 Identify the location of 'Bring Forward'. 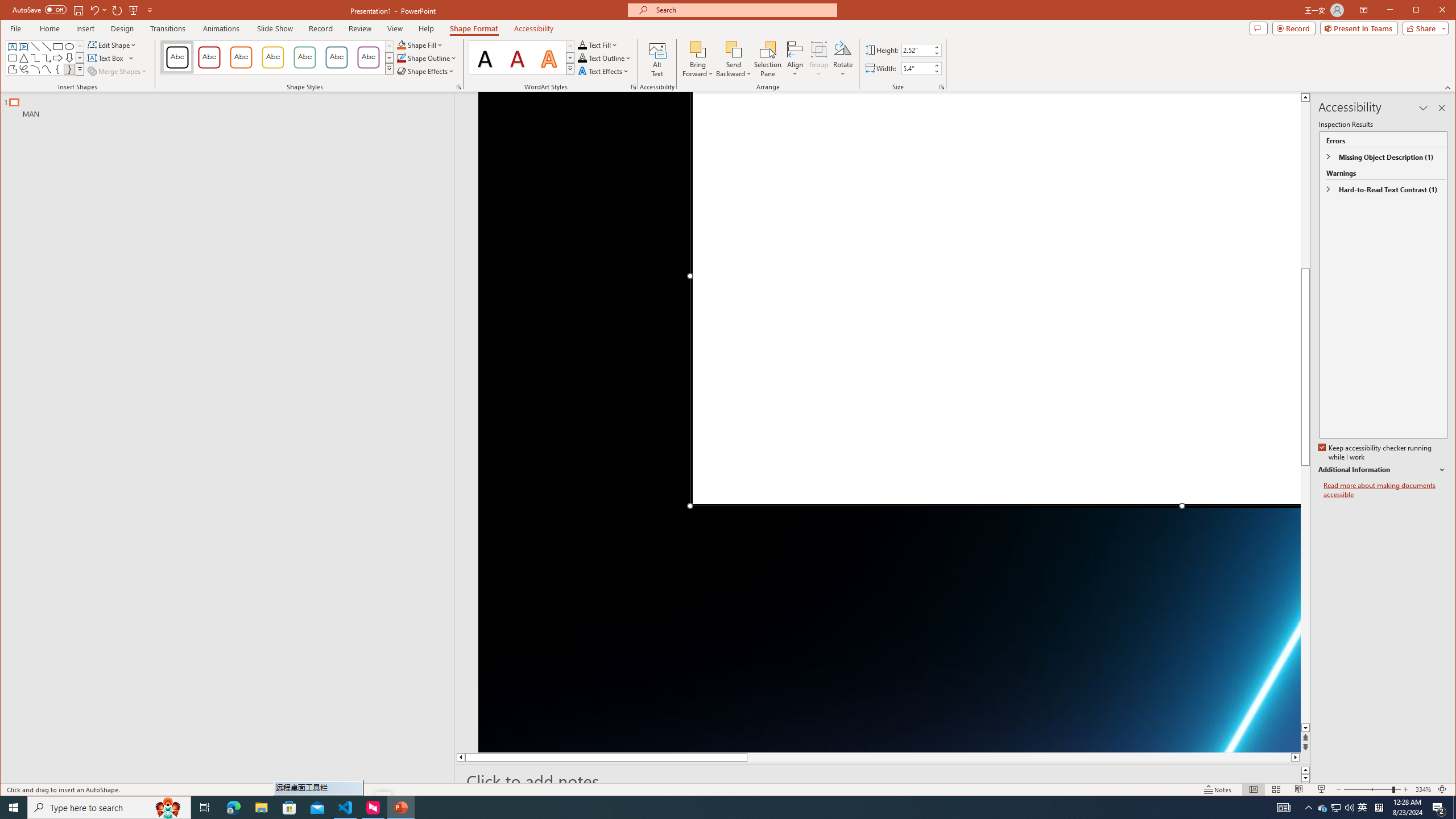
(698, 48).